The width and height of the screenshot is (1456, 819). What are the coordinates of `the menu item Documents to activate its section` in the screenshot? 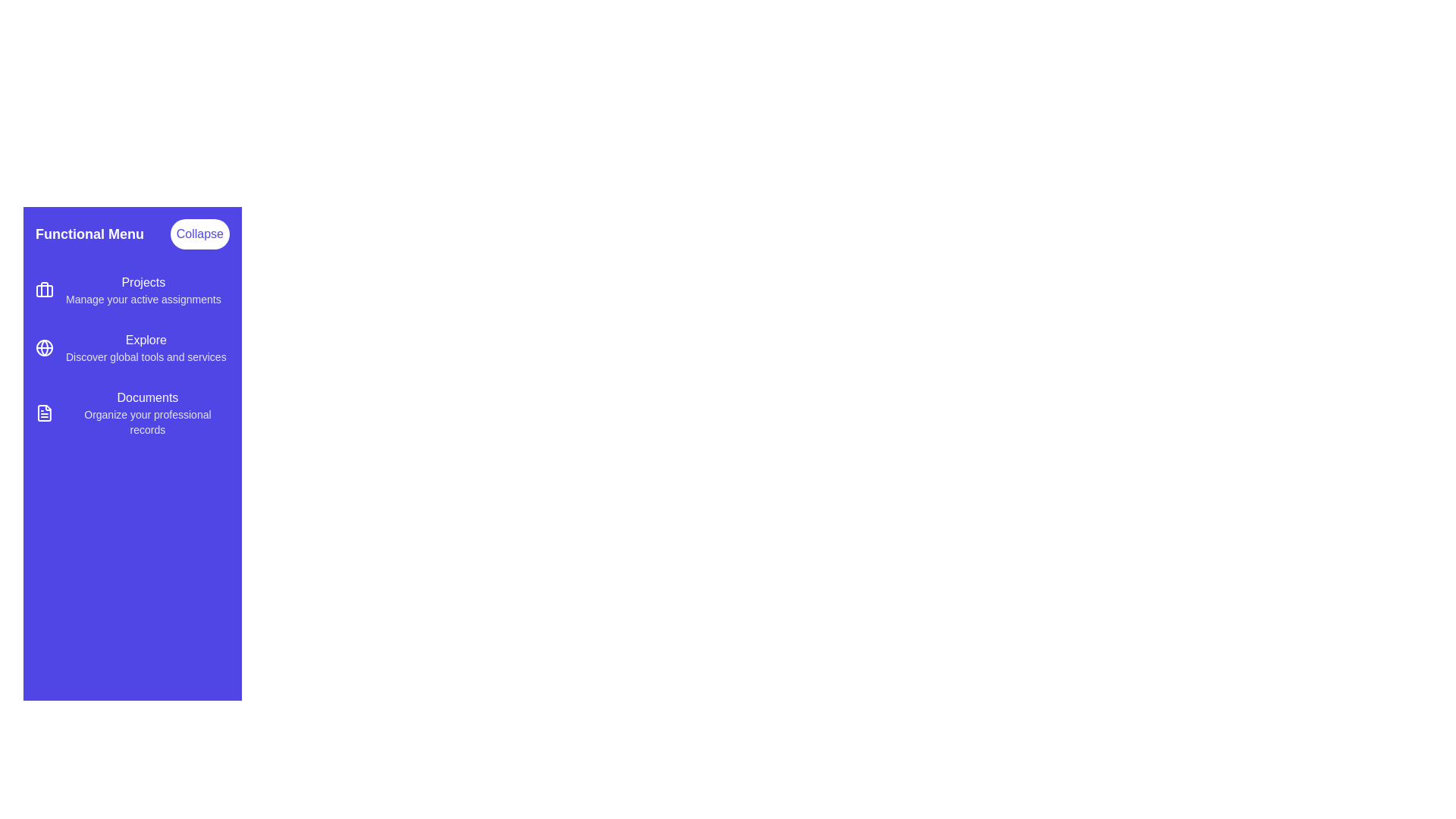 It's located at (132, 413).